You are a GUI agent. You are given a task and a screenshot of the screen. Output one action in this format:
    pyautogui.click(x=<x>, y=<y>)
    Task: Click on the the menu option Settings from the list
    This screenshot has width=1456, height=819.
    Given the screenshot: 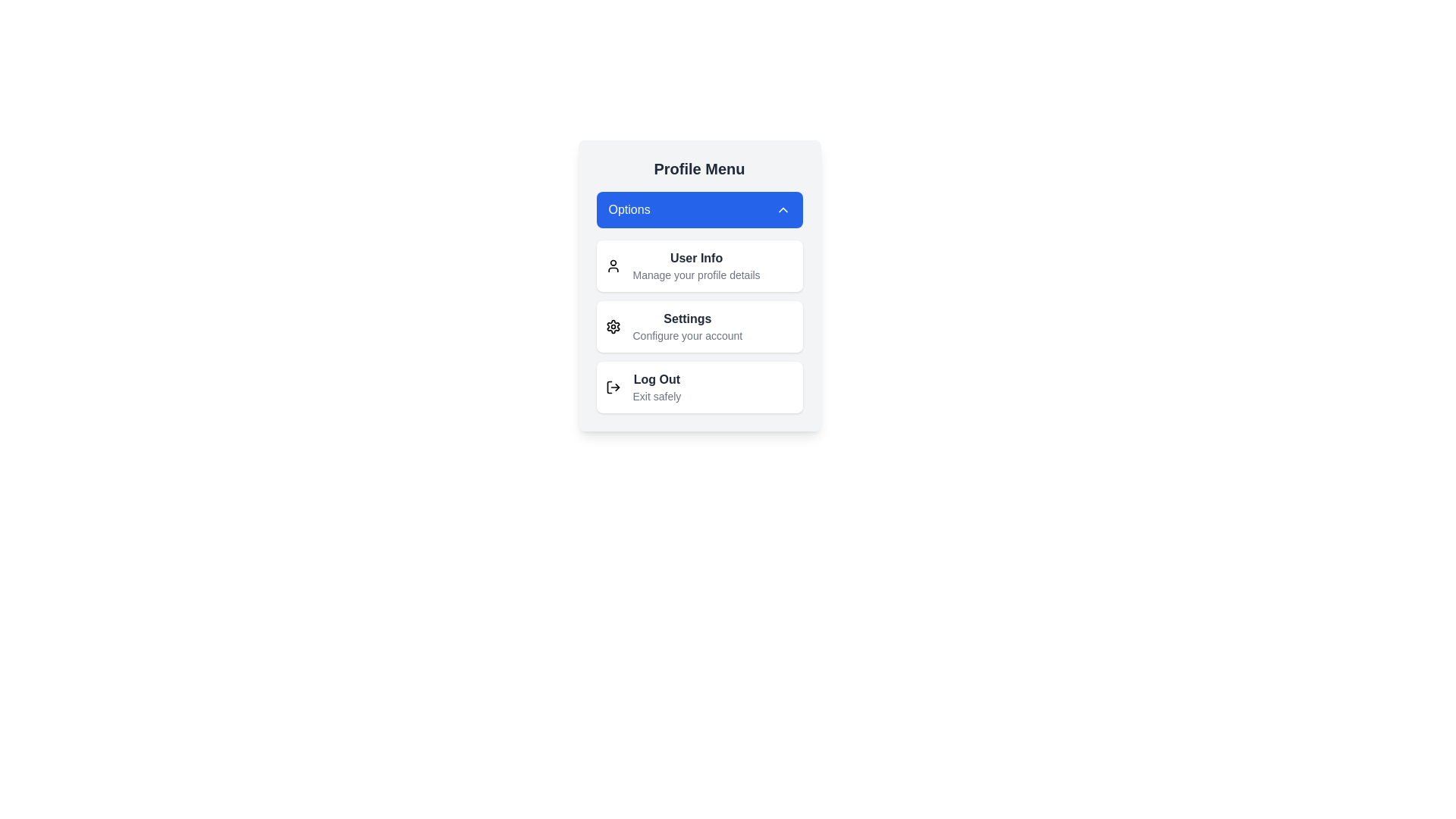 What is the action you would take?
    pyautogui.click(x=698, y=326)
    